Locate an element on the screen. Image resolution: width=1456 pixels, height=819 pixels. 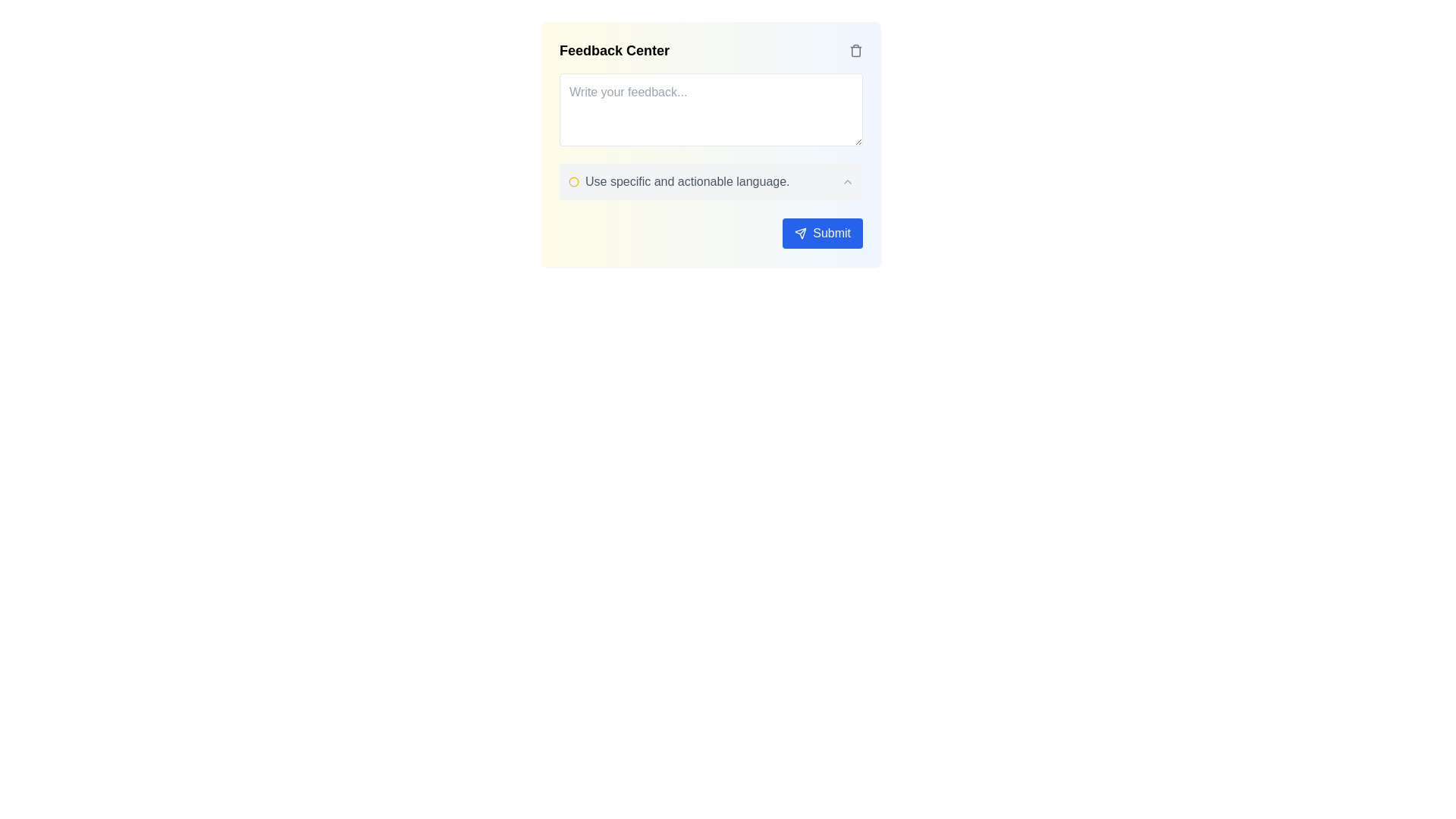
the instructional label with the message 'Use specific and actionable language.' which includes a yellow circle icon and is located below the feedback text area is located at coordinates (678, 180).